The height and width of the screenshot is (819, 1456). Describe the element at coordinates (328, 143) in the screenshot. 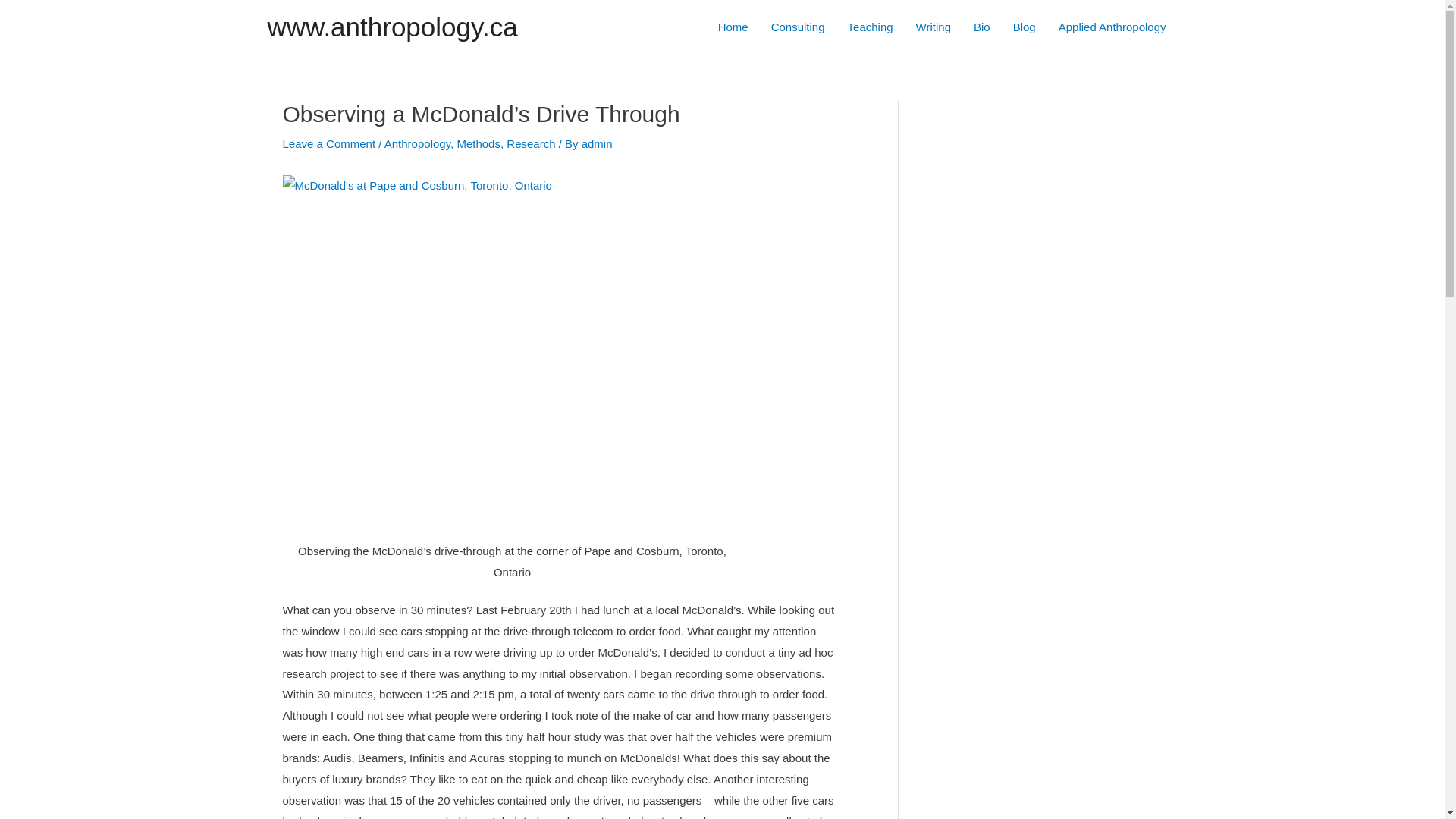

I see `'Leave a Comment'` at that location.